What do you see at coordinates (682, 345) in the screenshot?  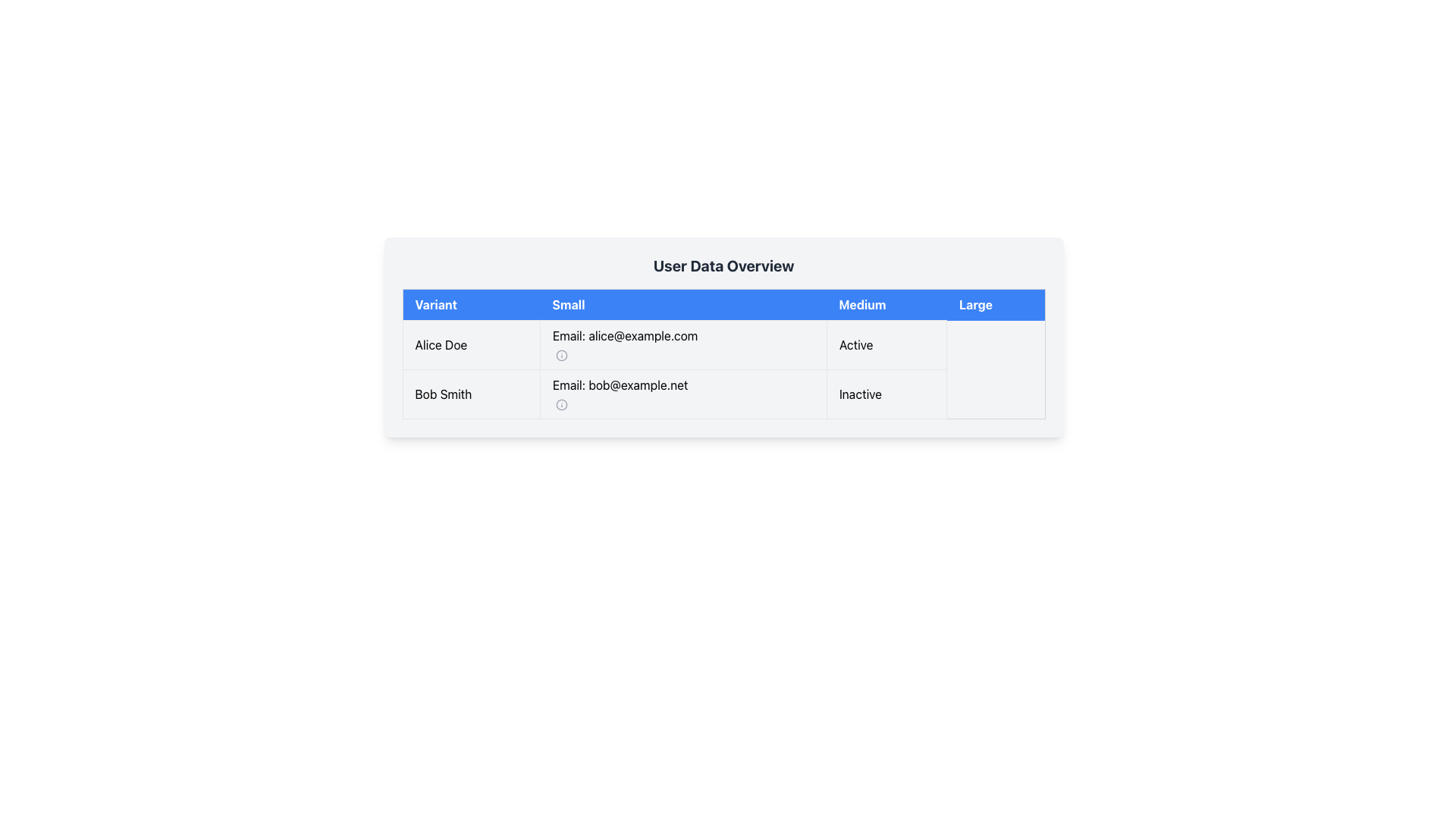 I see `the information icon adjacent to the text 'Email: alice@example.com' for additional information` at bounding box center [682, 345].